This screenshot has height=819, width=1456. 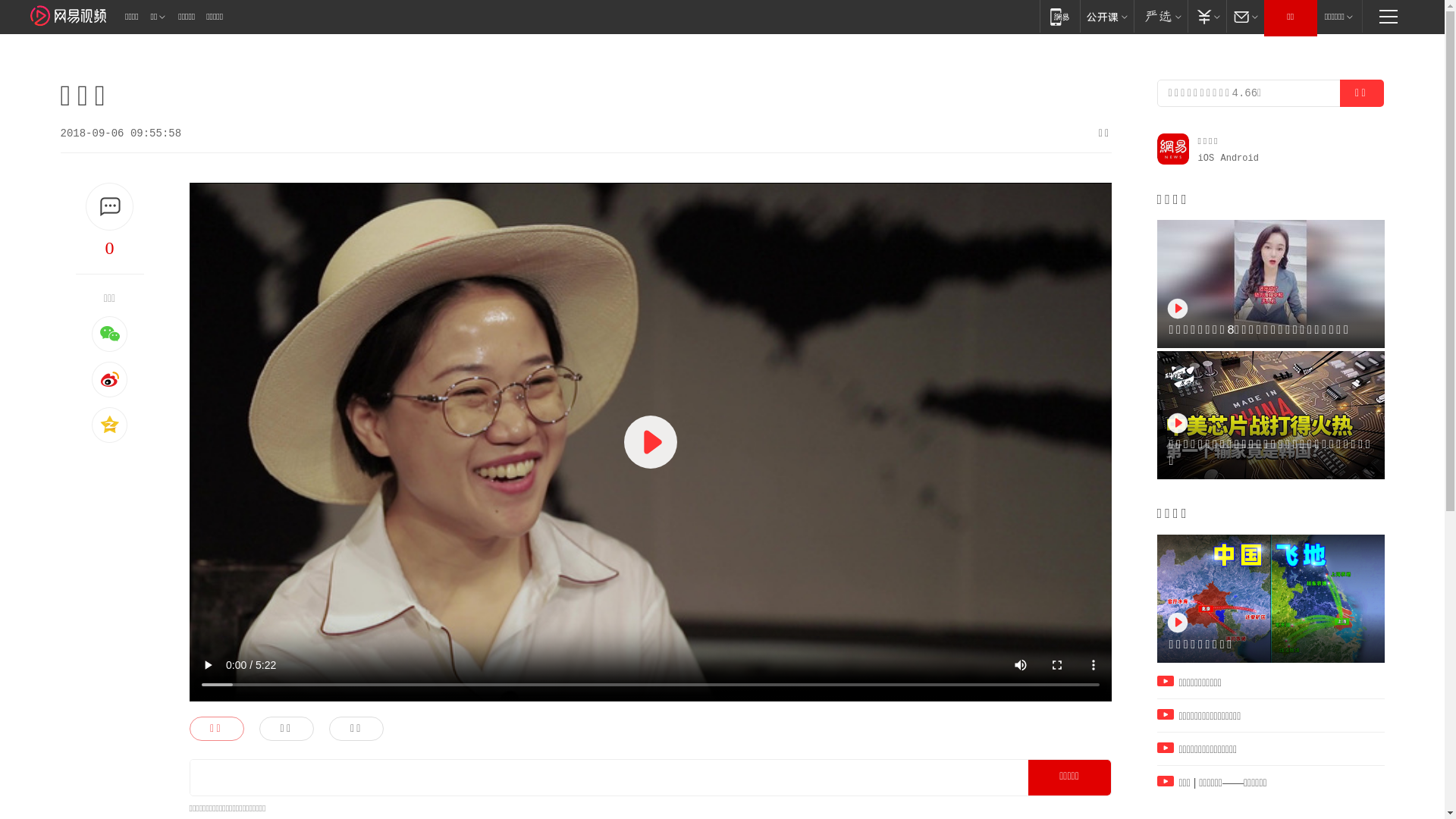 What do you see at coordinates (1205, 158) in the screenshot?
I see `'iOS'` at bounding box center [1205, 158].